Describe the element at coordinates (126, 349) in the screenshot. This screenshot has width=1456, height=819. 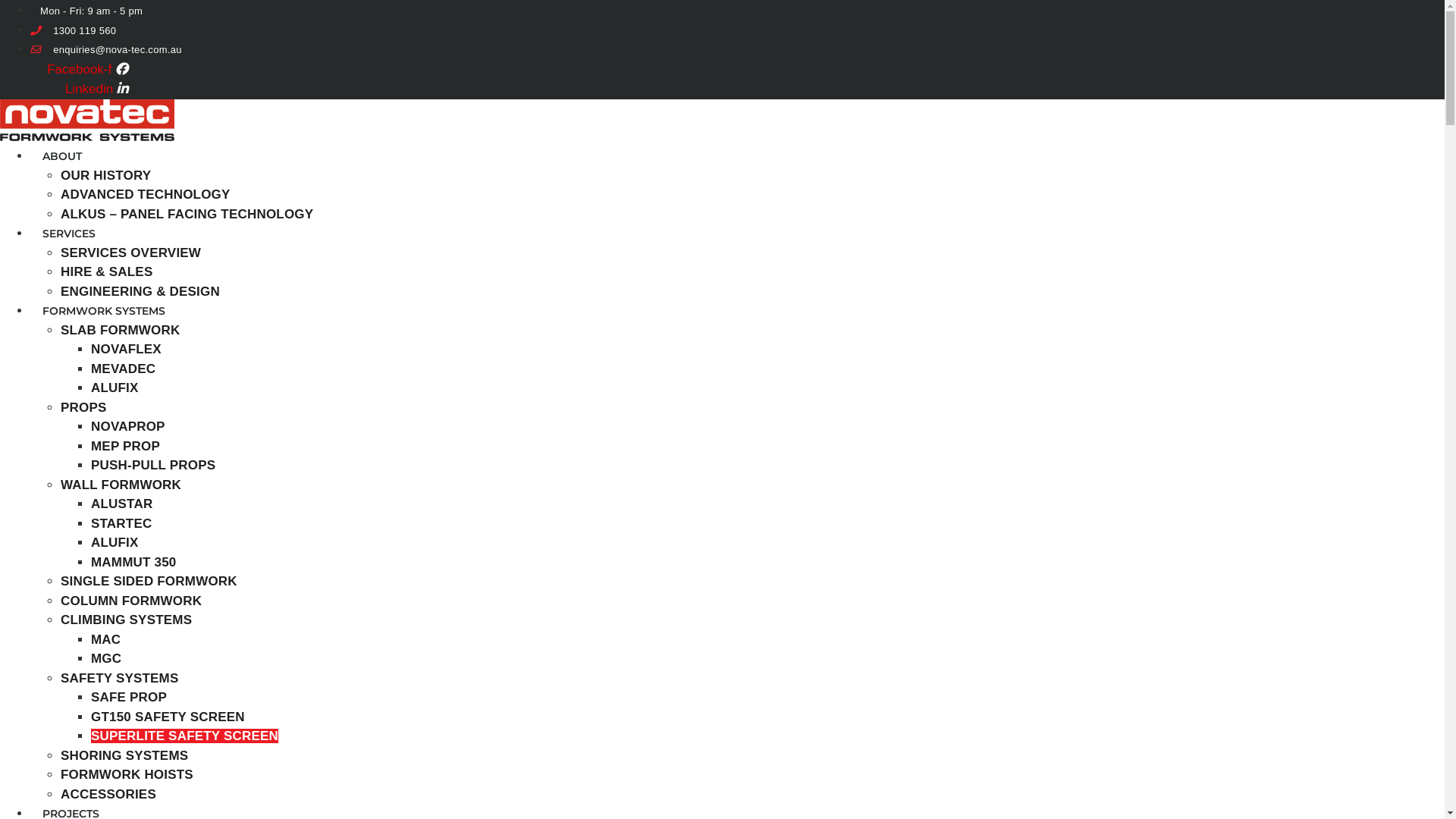
I see `'NOVAFLEX'` at that location.